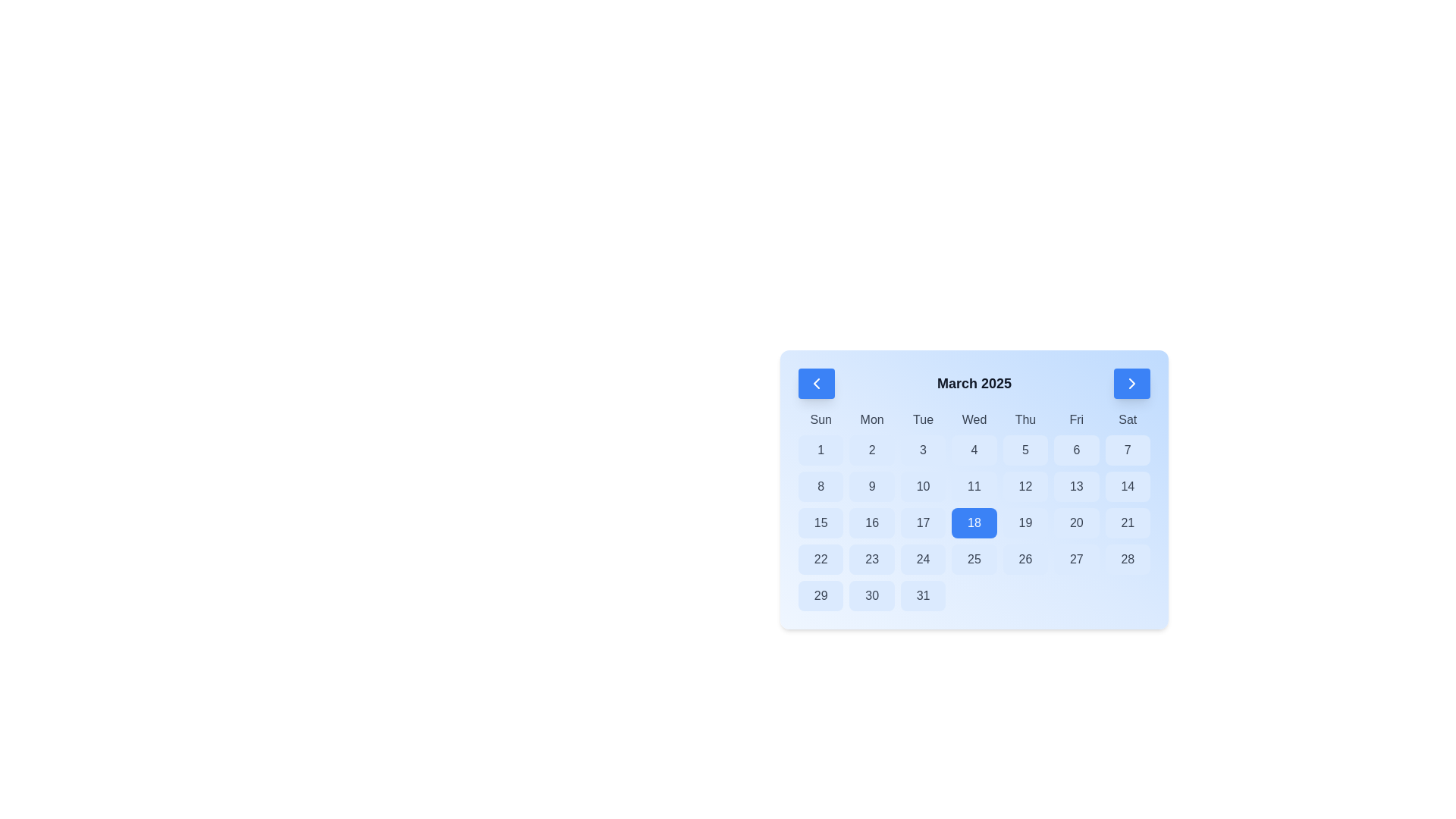 This screenshot has width=1456, height=819. What do you see at coordinates (1075, 486) in the screenshot?
I see `the light blue square button with rounded corners labeled '13' under 'Fri'` at bounding box center [1075, 486].